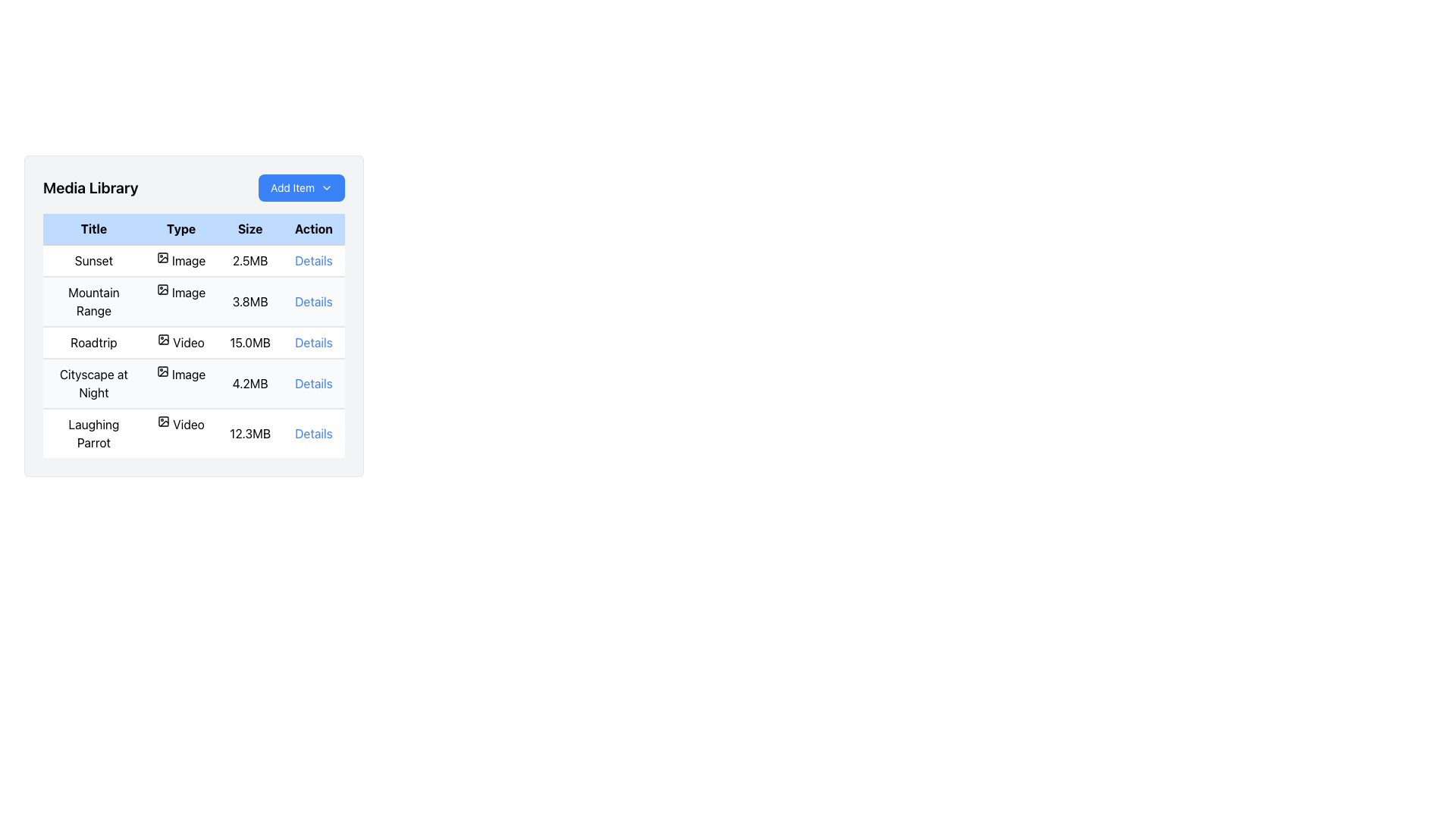  I want to click on the 'Details' hyperlink in the 'Action' column of the 'Mountain Range' row, so click(312, 301).